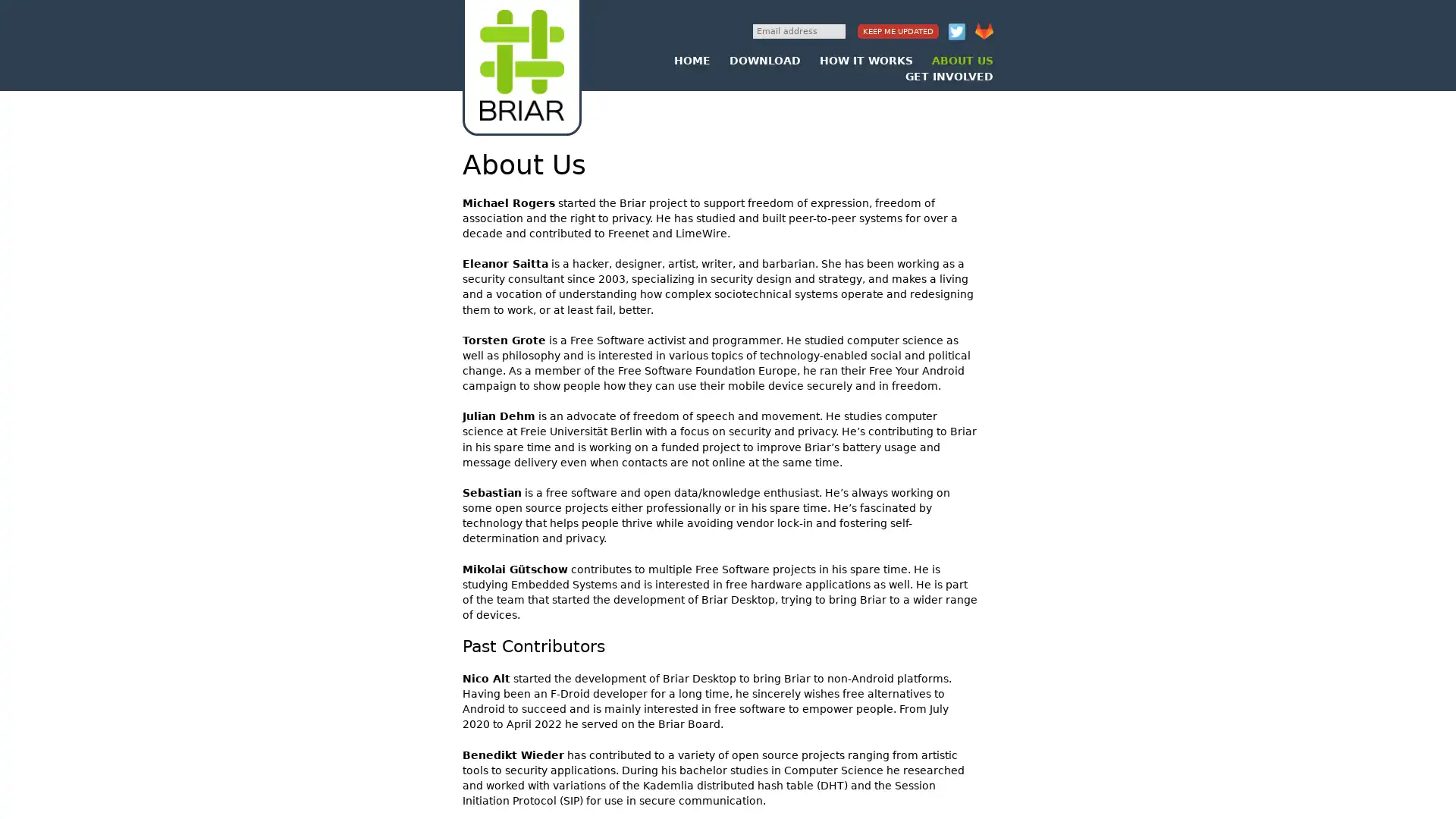 This screenshot has width=1456, height=819. What do you see at coordinates (898, 31) in the screenshot?
I see `KEEP ME UPDATED` at bounding box center [898, 31].